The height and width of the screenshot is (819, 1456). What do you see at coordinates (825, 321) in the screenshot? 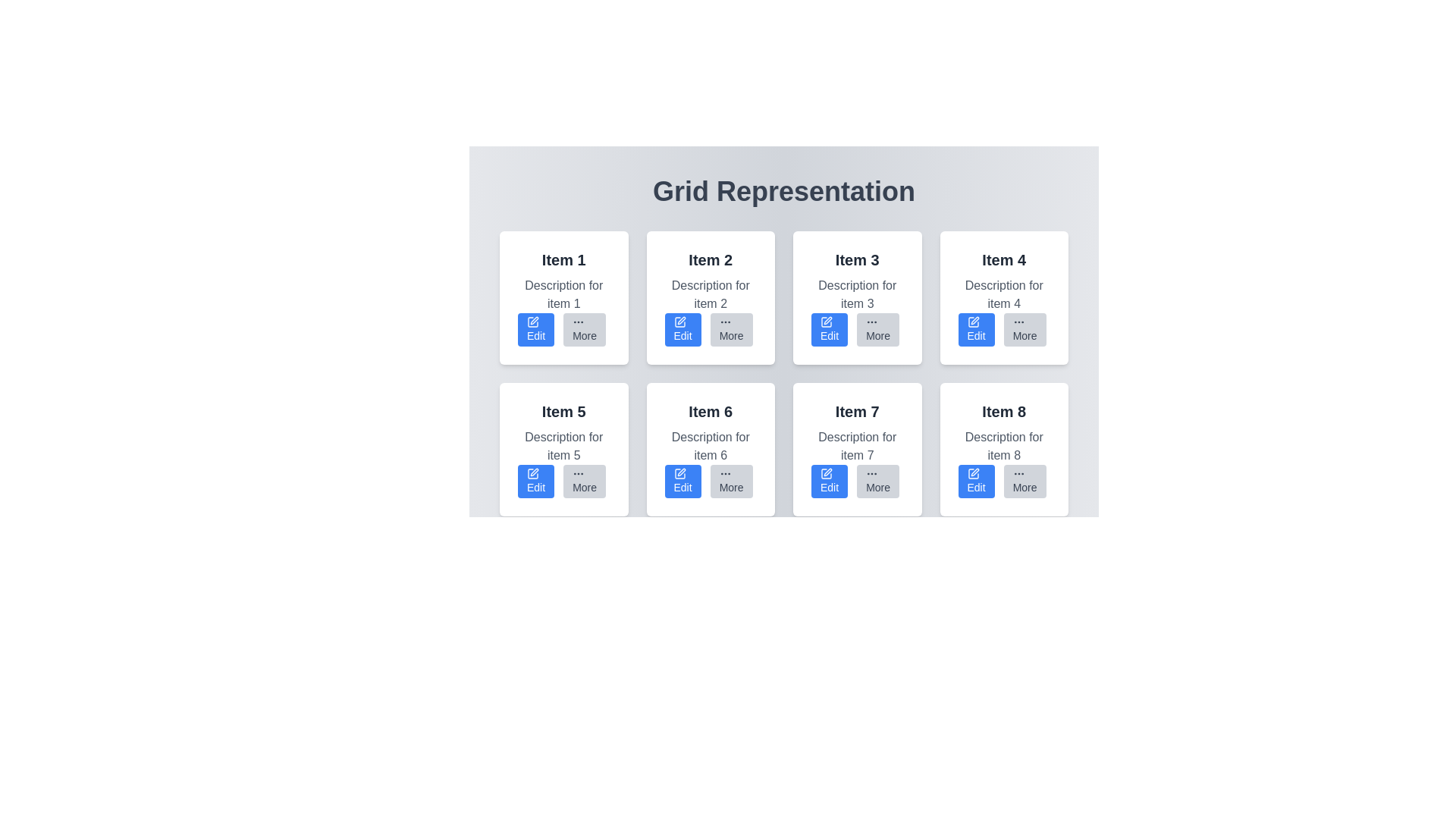
I see `the pen icon located within the 'Edit' button of the grid item labeled 'Item 3', which is in the first row and third column of the grid` at bounding box center [825, 321].